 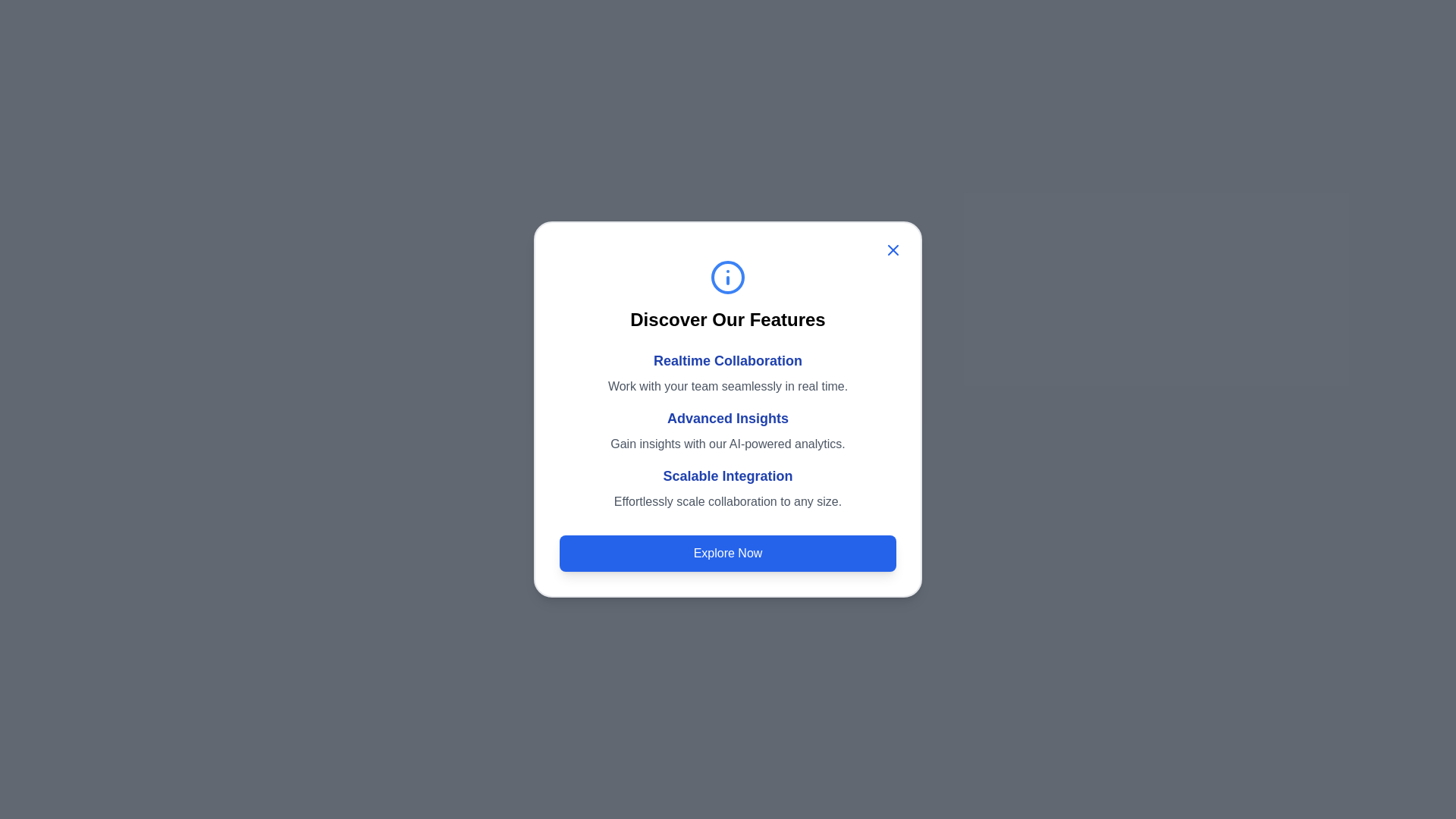 What do you see at coordinates (728, 502) in the screenshot?
I see `the static text located below the heading 'Scalable Integration' in the modal window, which serves as a descriptive subtext` at bounding box center [728, 502].